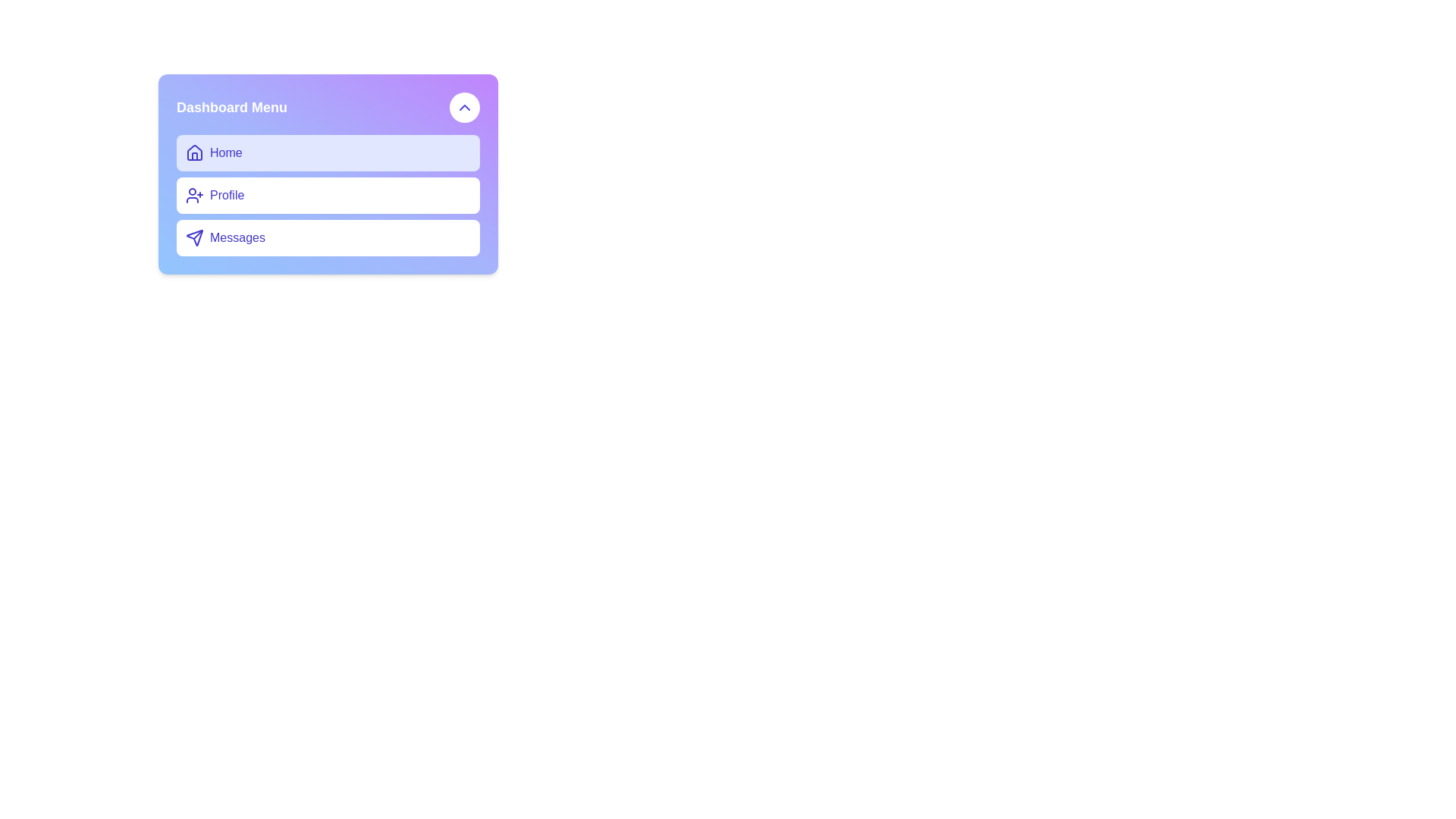 The image size is (1456, 819). Describe the element at coordinates (237, 237) in the screenshot. I see `'Messages' text label located in the bottom section of the vertical menu on the left side of the interface` at that location.